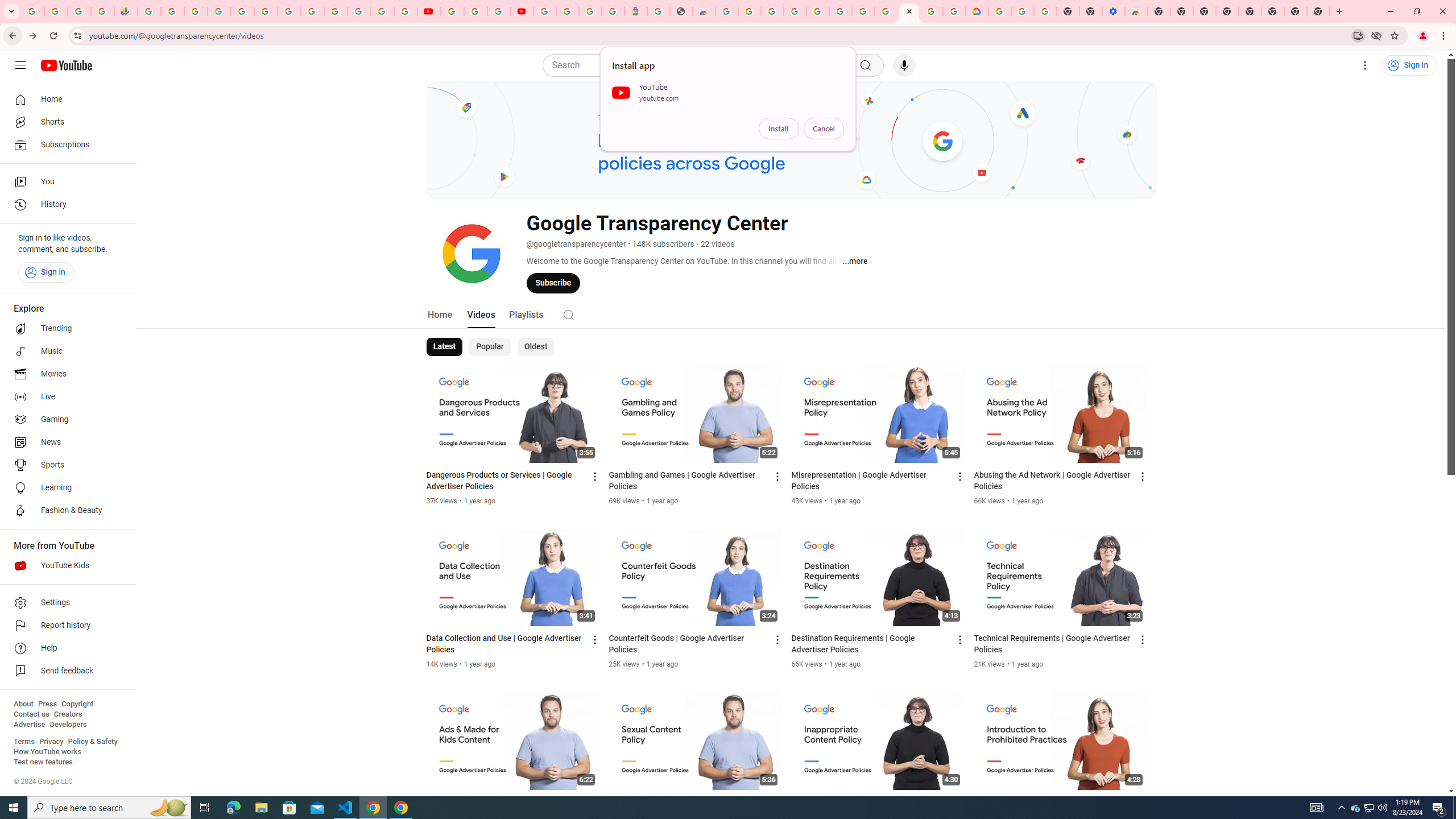  What do you see at coordinates (552, 283) in the screenshot?
I see `'Subscribe'` at bounding box center [552, 283].